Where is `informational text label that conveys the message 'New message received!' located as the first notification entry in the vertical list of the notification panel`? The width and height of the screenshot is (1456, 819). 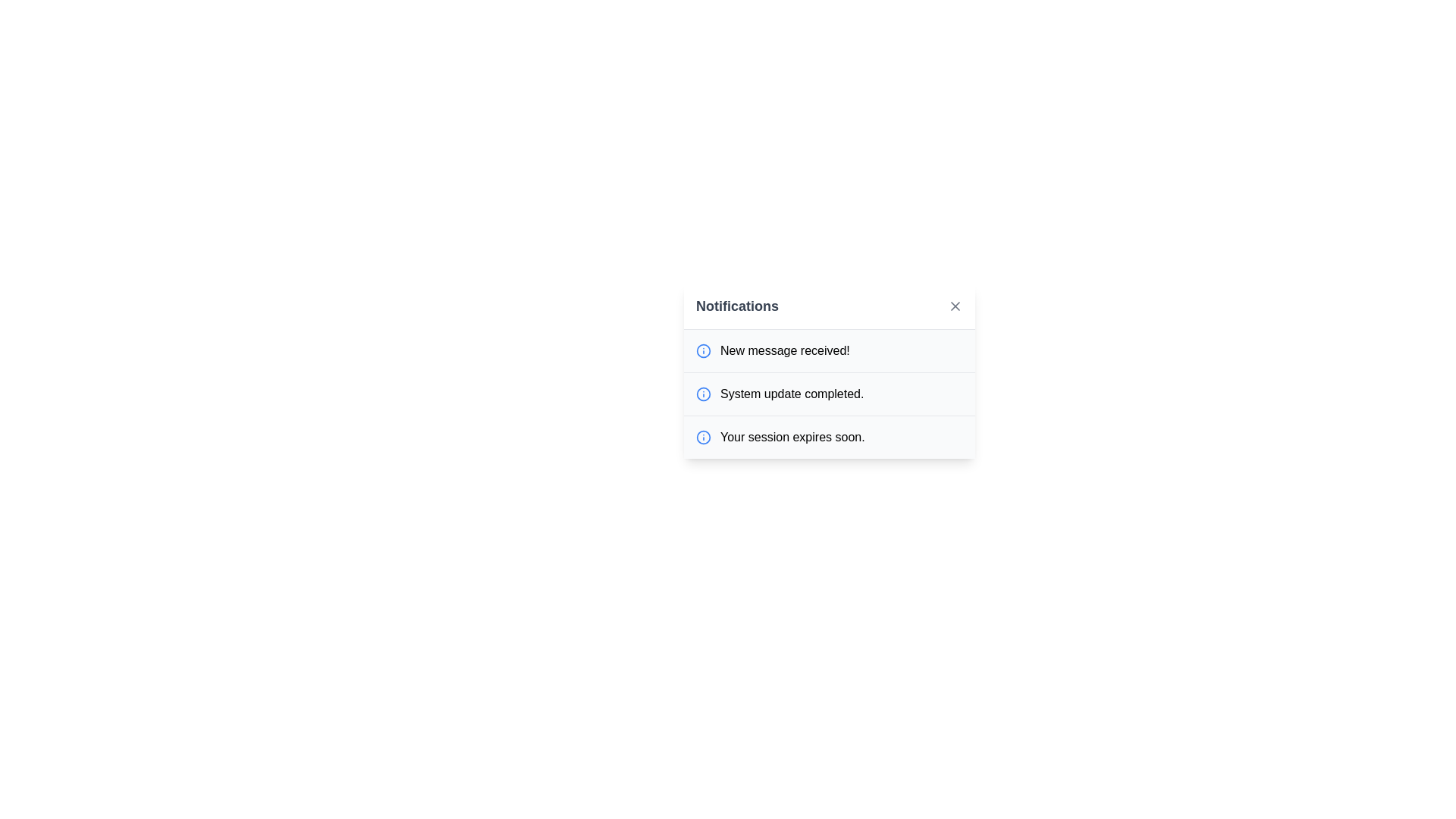 informational text label that conveys the message 'New message received!' located as the first notification entry in the vertical list of the notification panel is located at coordinates (785, 350).